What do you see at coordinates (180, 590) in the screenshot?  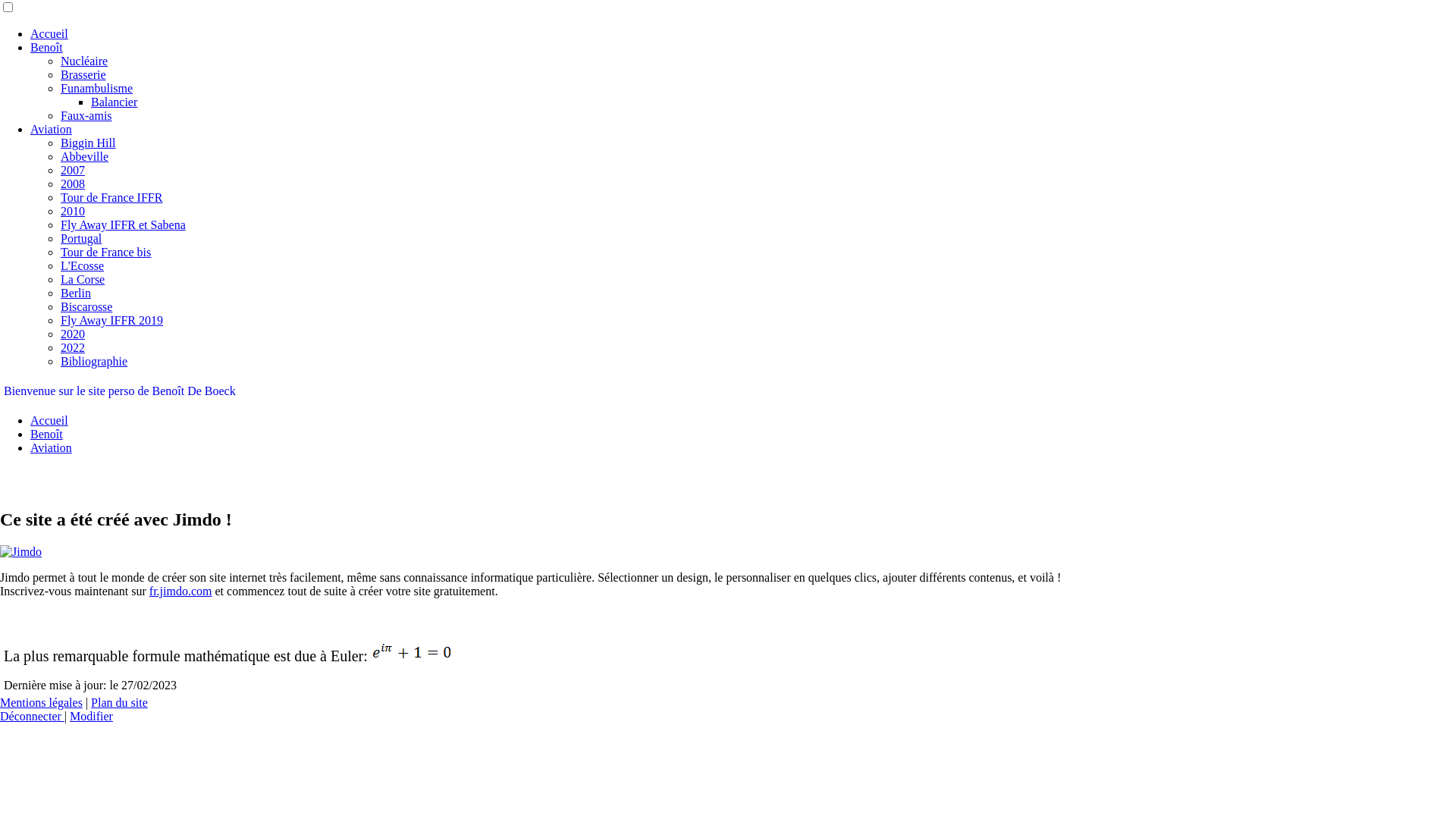 I see `'fr.jimdo.com'` at bounding box center [180, 590].